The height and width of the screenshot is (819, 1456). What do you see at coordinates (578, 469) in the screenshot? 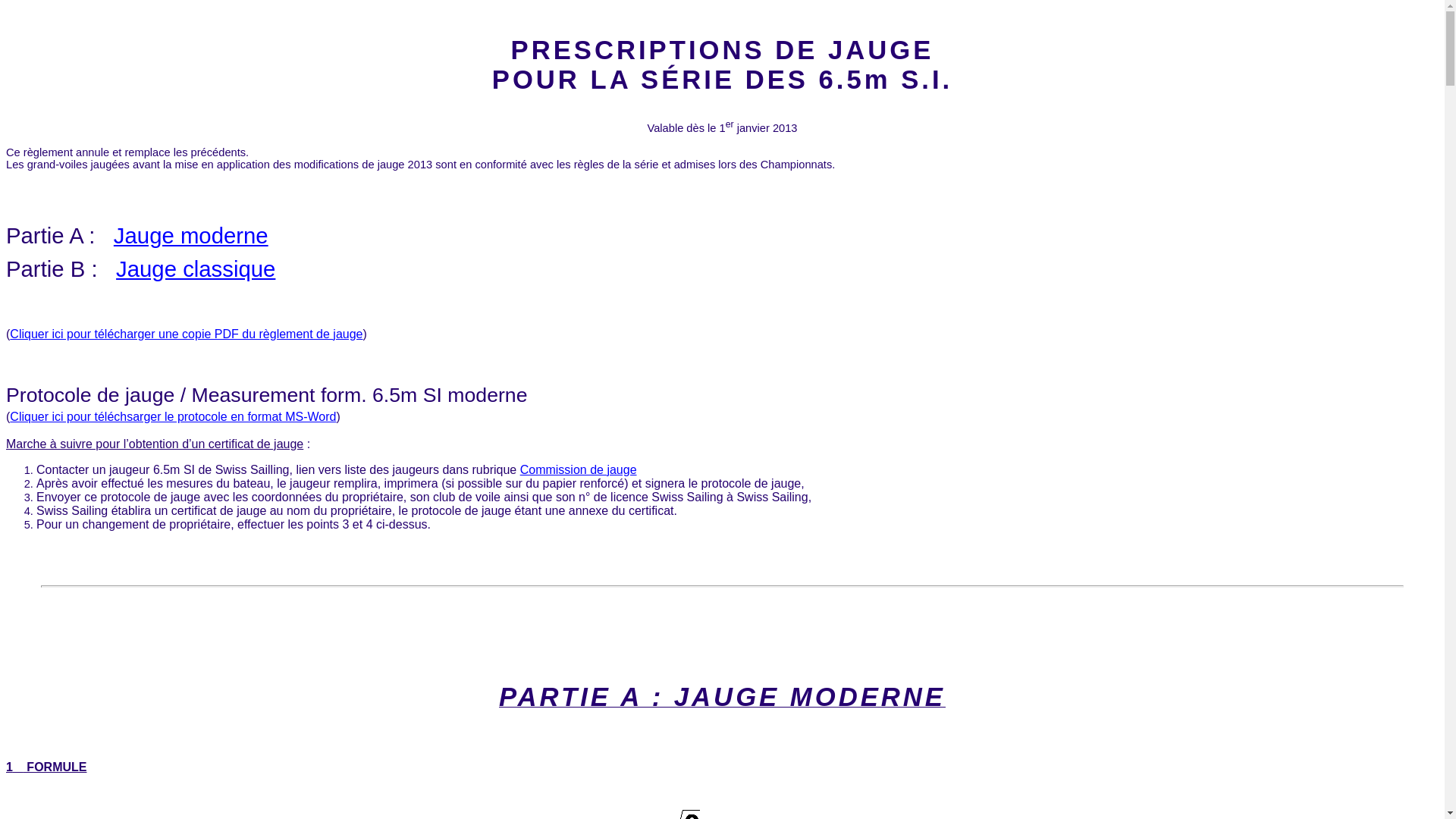
I see `'Commission de jauge'` at bounding box center [578, 469].